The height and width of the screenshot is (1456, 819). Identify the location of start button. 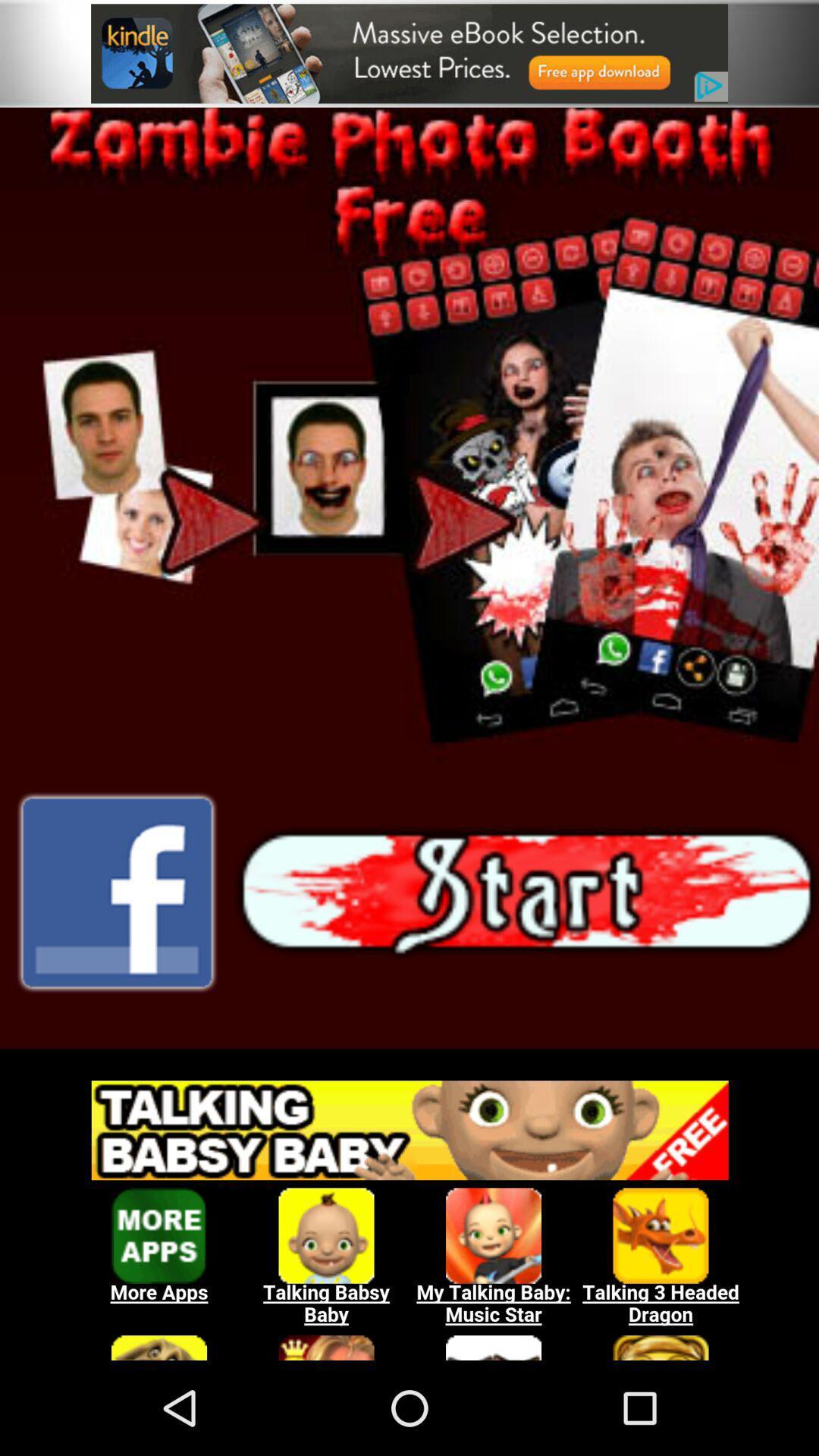
(526, 893).